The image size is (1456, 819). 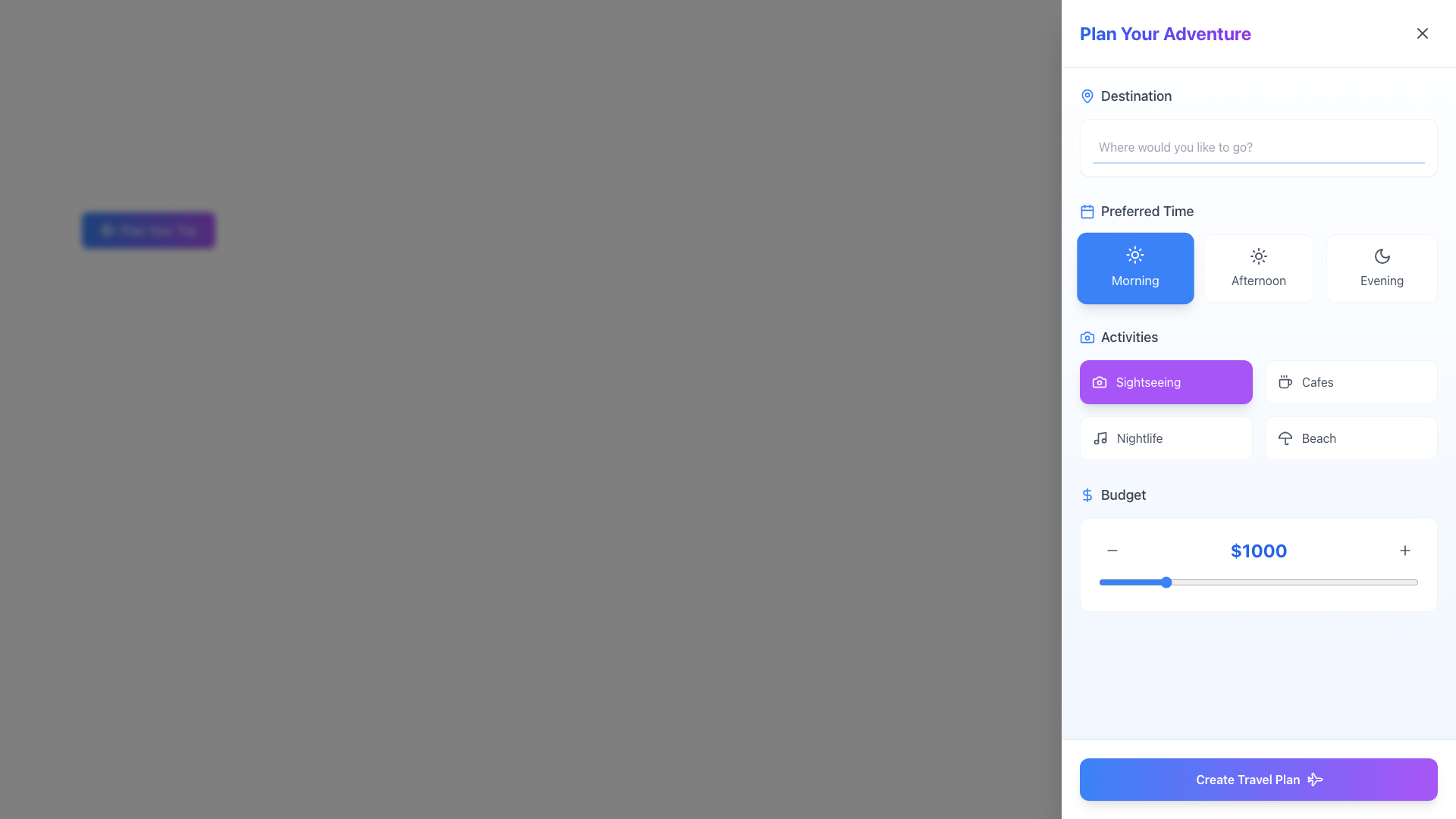 I want to click on the budget value, so click(x=1411, y=581).